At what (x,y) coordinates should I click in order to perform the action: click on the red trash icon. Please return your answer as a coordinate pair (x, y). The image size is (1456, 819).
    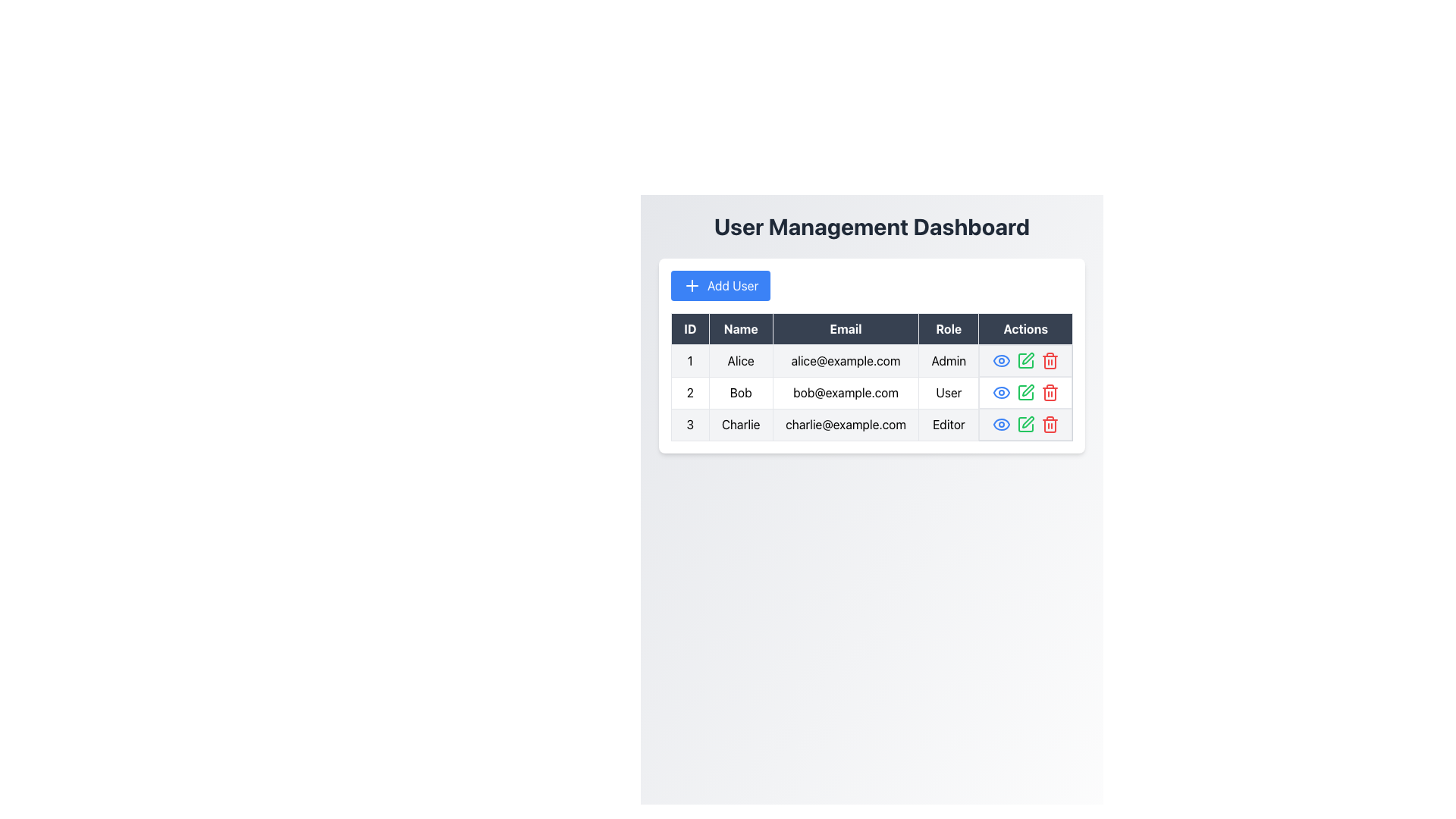
    Looking at the image, I should click on (1049, 391).